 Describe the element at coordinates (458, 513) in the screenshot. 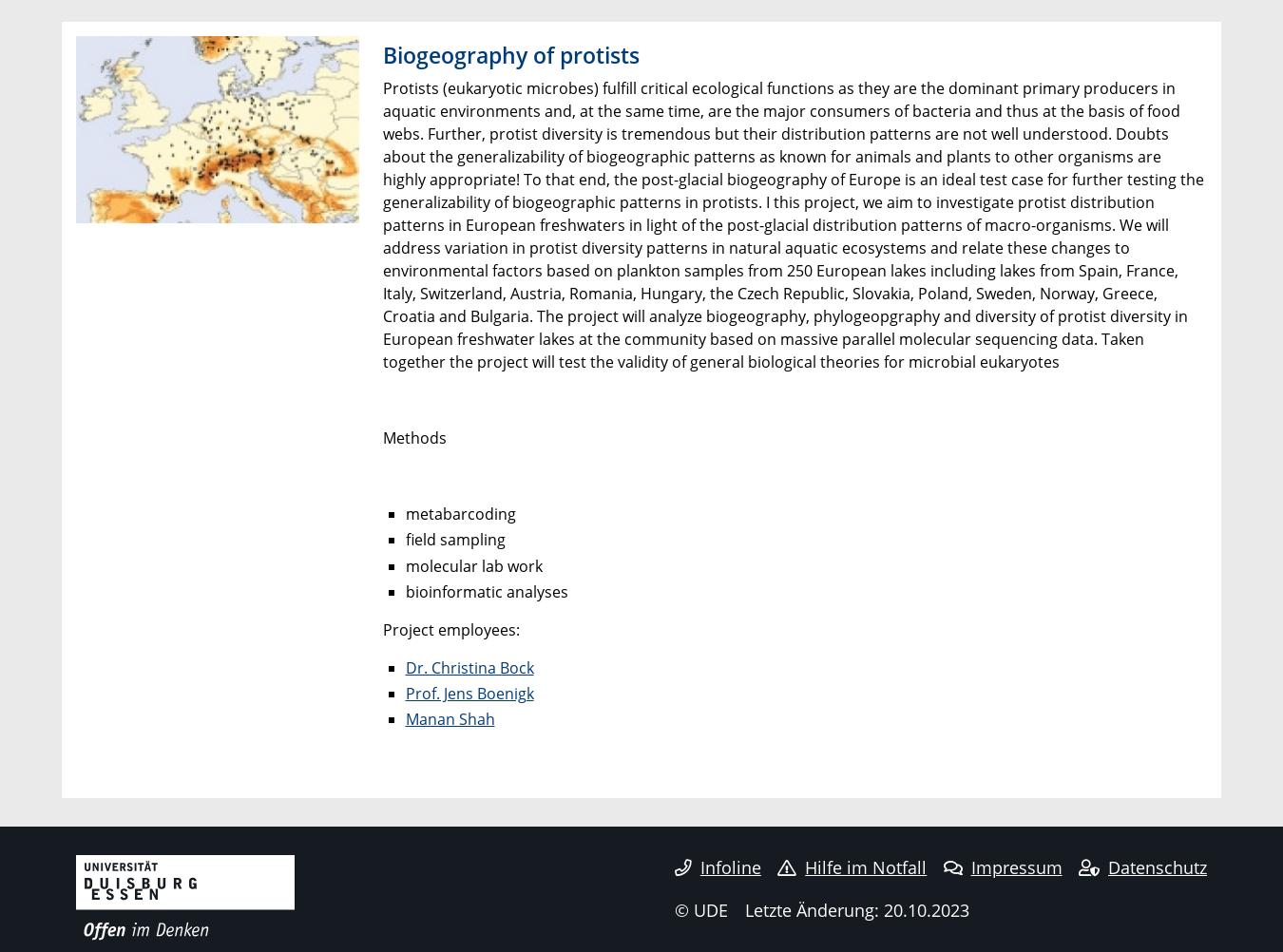

I see `'metabarcoding'` at that location.